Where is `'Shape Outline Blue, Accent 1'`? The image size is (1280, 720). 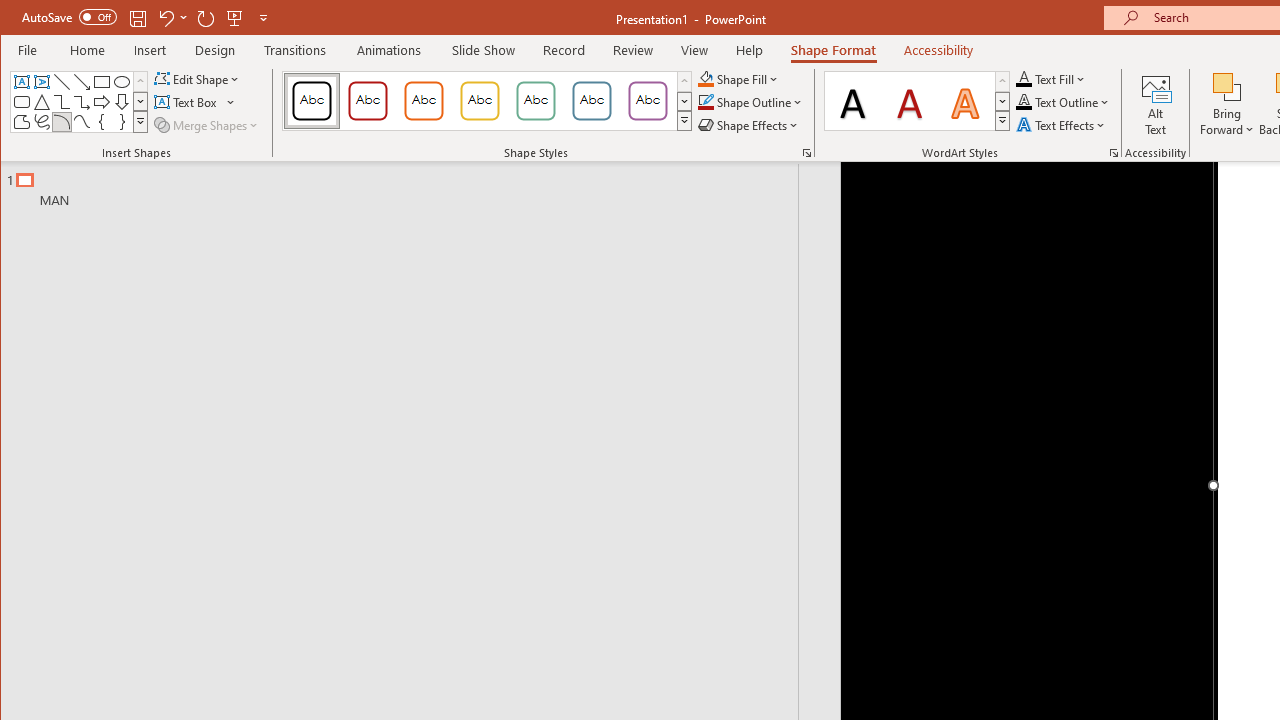 'Shape Outline Blue, Accent 1' is located at coordinates (705, 102).